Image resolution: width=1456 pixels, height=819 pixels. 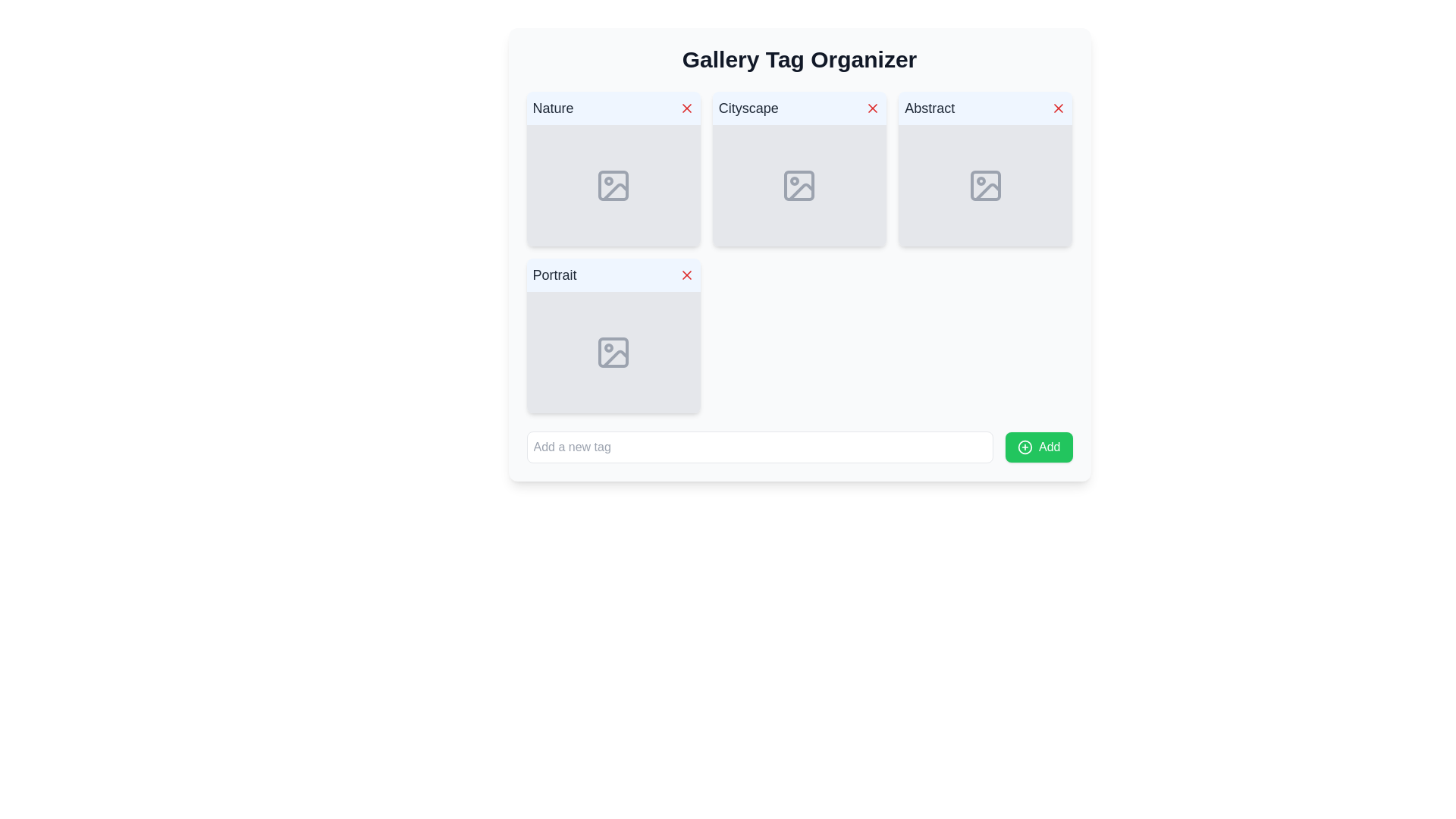 I want to click on the card labeled 'Portrait' with a light gray background, located, so click(x=613, y=335).